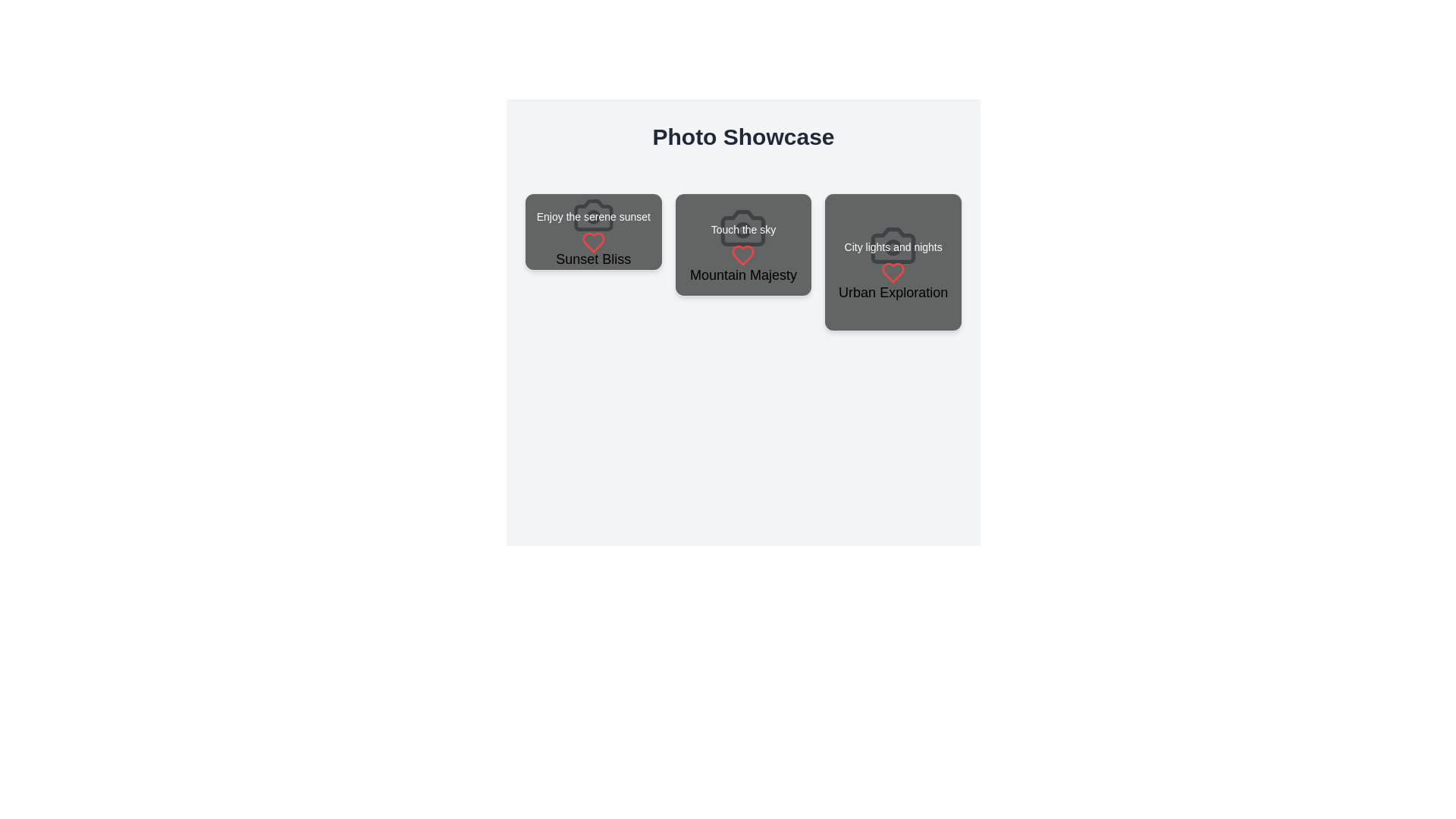 This screenshot has height=819, width=1456. Describe the element at coordinates (743, 137) in the screenshot. I see `the header Text Label that indicates the photo showcase section, positioned at the top-center of the interface` at that location.